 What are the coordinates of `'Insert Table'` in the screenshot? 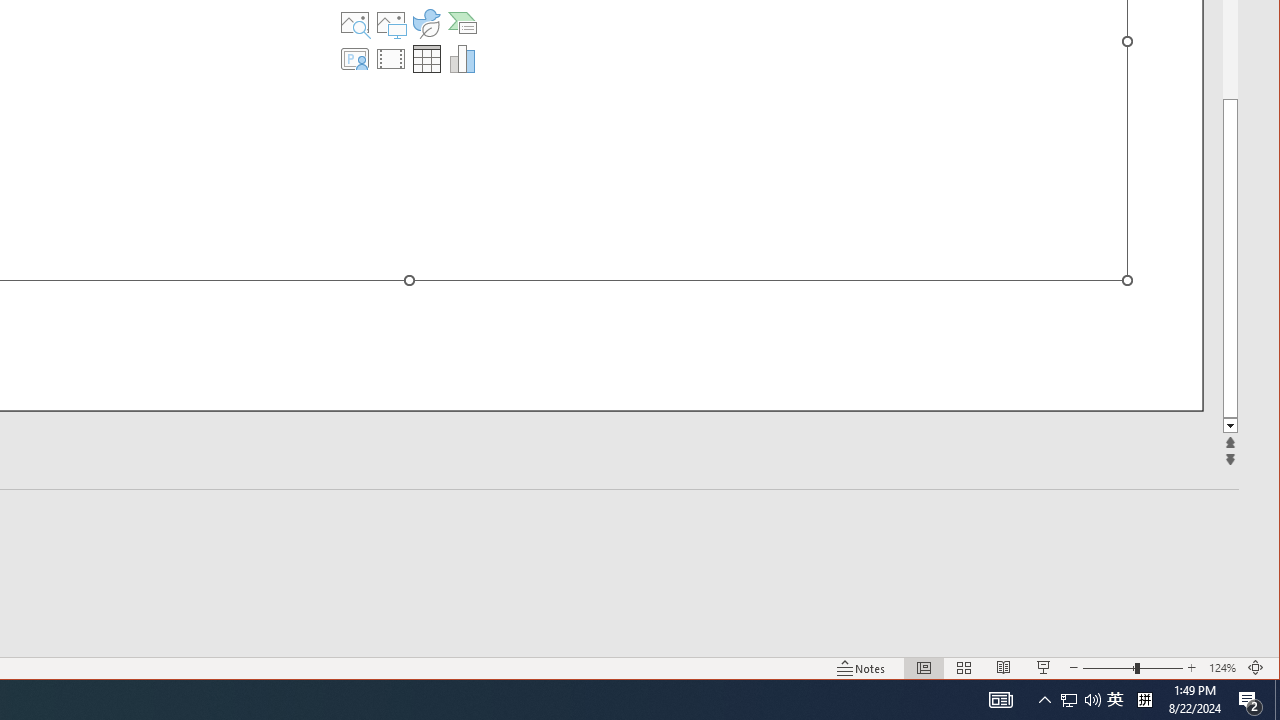 It's located at (425, 58).